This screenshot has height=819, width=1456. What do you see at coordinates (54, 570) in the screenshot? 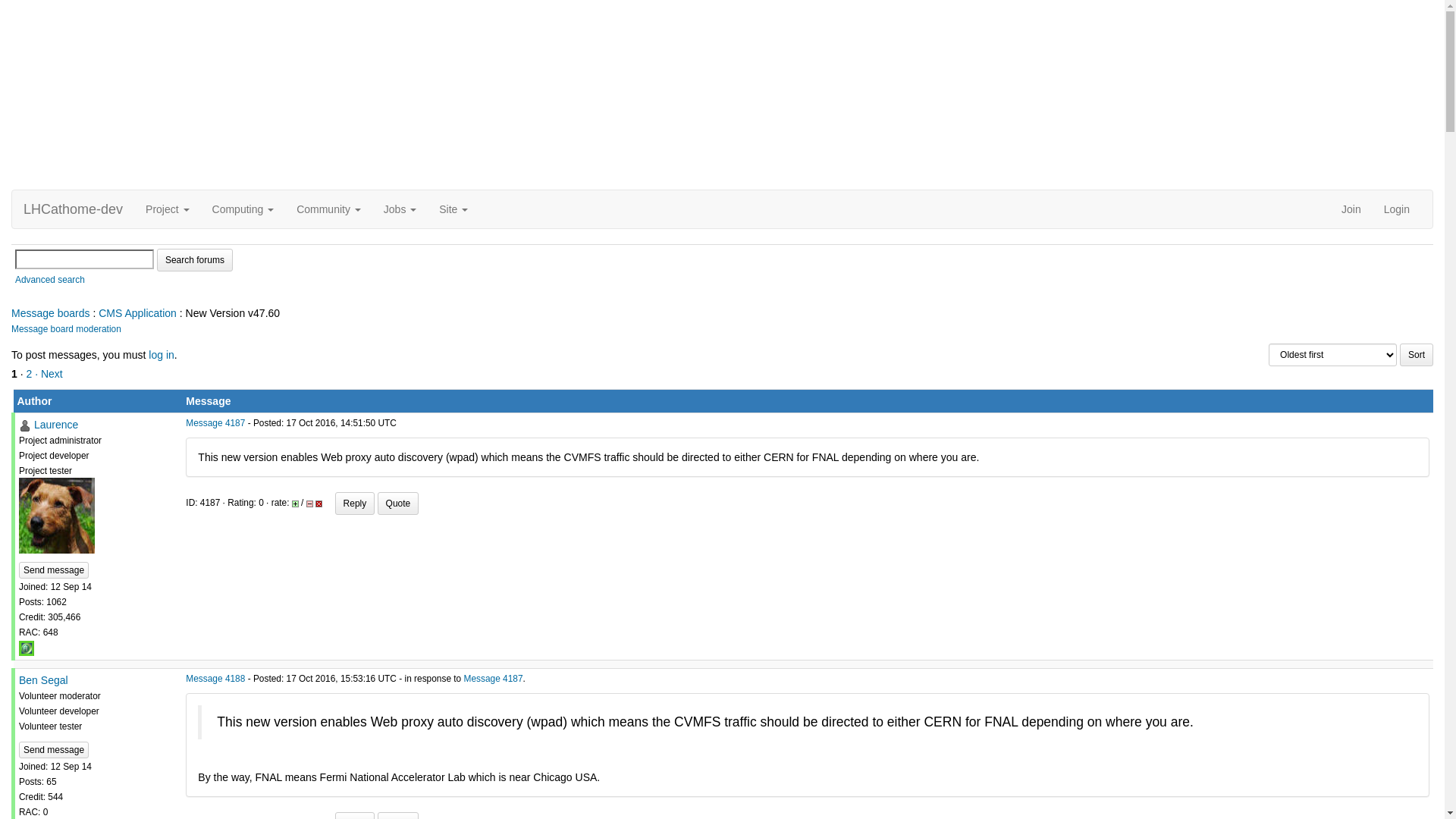
I see `'Send message'` at bounding box center [54, 570].